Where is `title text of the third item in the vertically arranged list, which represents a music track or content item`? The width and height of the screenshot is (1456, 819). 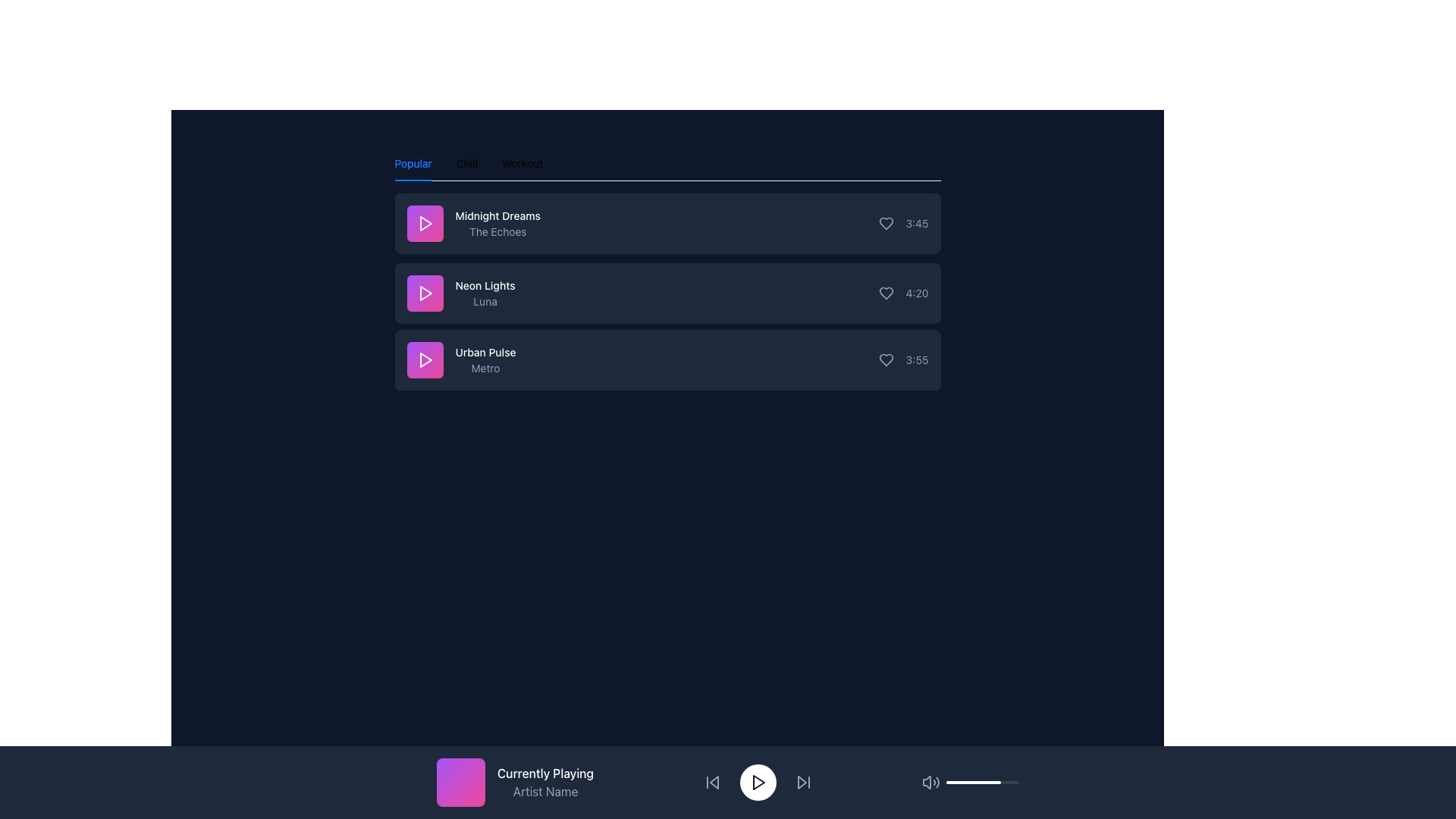
title text of the third item in the vertically arranged list, which represents a music track or content item is located at coordinates (485, 353).